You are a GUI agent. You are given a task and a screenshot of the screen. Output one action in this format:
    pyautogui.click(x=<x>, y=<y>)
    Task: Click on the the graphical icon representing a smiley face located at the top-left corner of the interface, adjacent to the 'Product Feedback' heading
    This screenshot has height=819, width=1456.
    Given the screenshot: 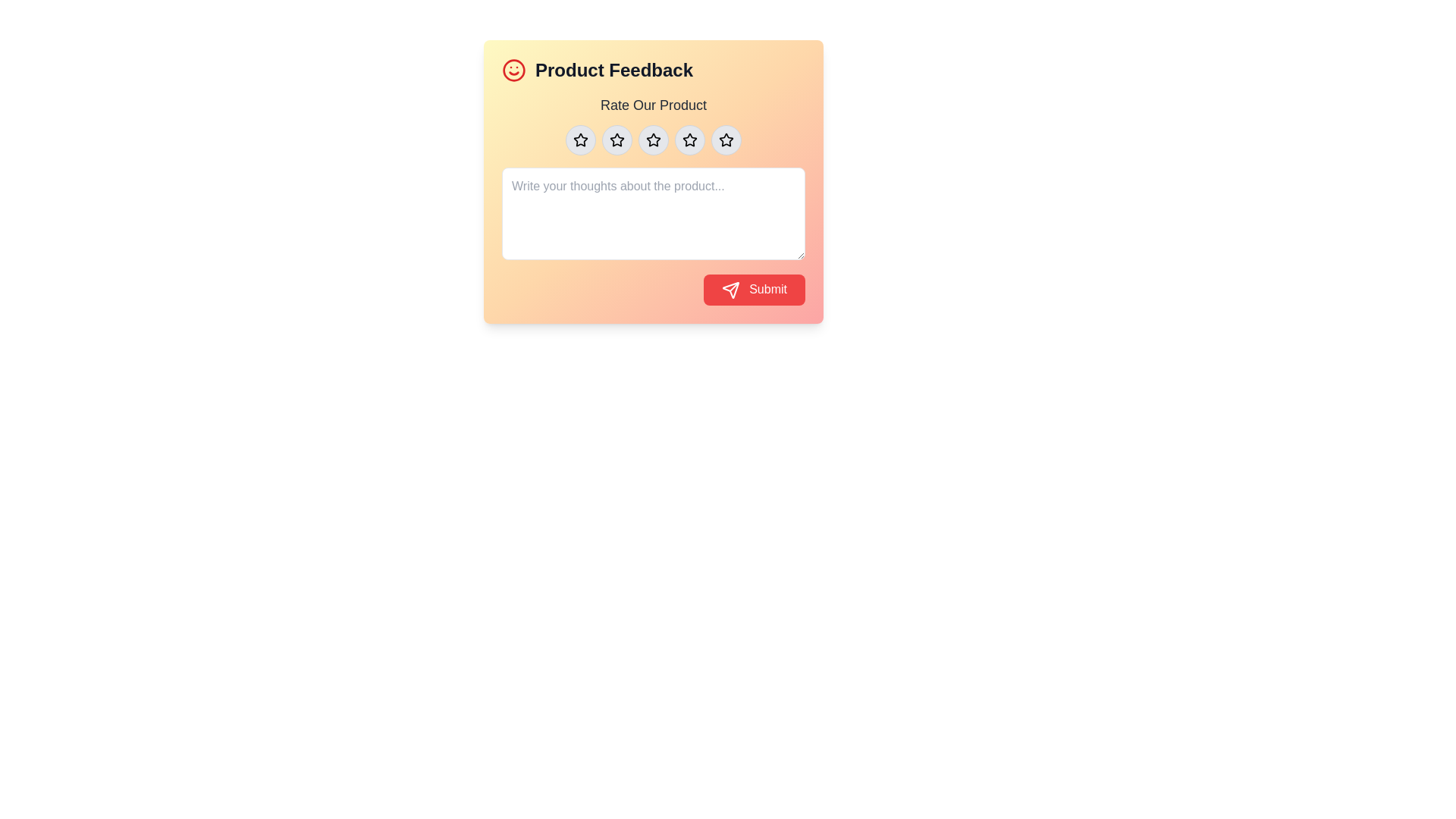 What is the action you would take?
    pyautogui.click(x=513, y=70)
    